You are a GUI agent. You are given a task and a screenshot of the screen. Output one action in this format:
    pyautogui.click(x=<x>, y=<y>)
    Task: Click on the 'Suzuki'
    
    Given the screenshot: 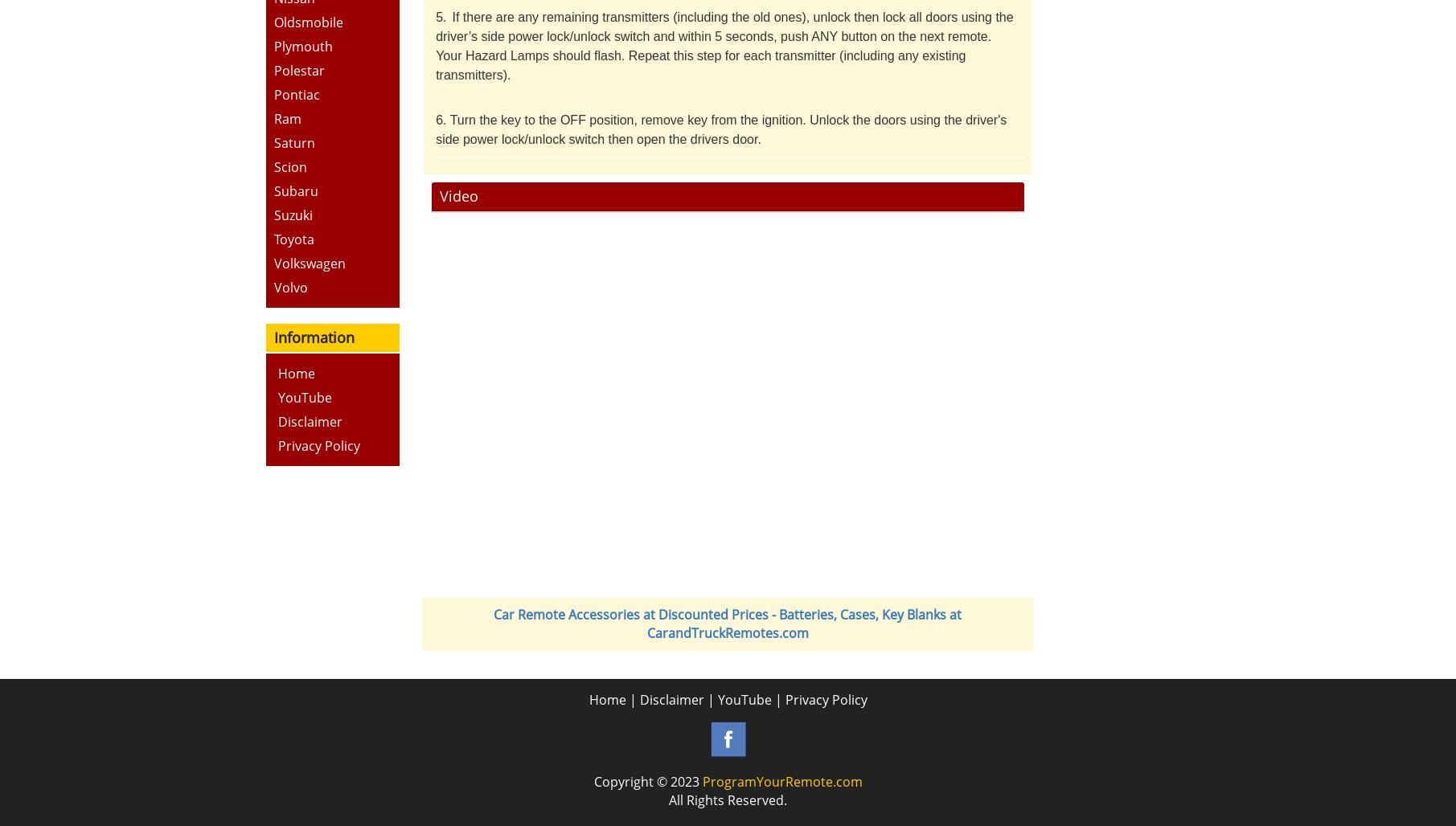 What is the action you would take?
    pyautogui.click(x=292, y=214)
    